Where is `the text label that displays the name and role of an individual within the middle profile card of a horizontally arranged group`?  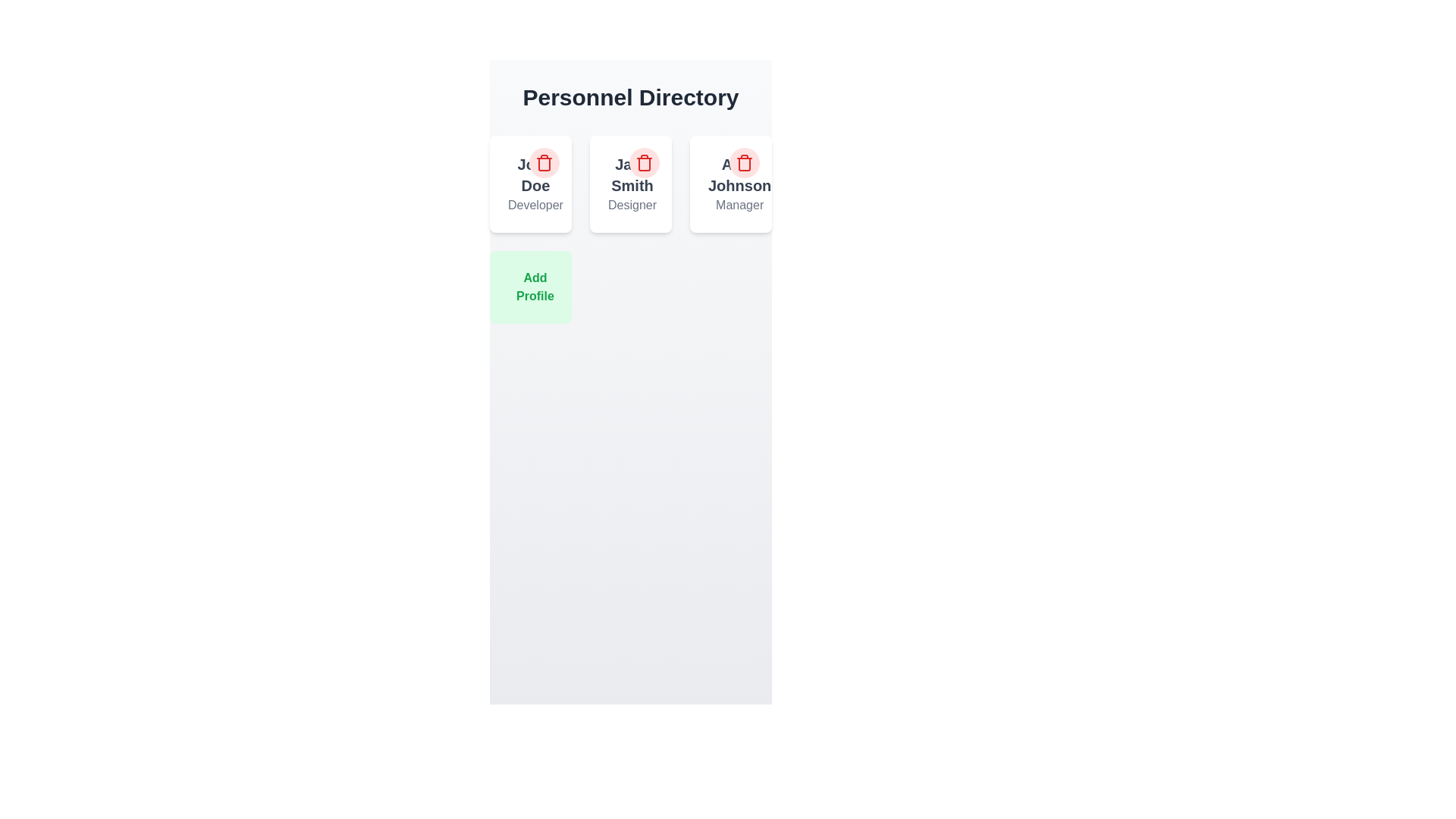
the text label that displays the name and role of an individual within the middle profile card of a horizontally arranged group is located at coordinates (630, 184).